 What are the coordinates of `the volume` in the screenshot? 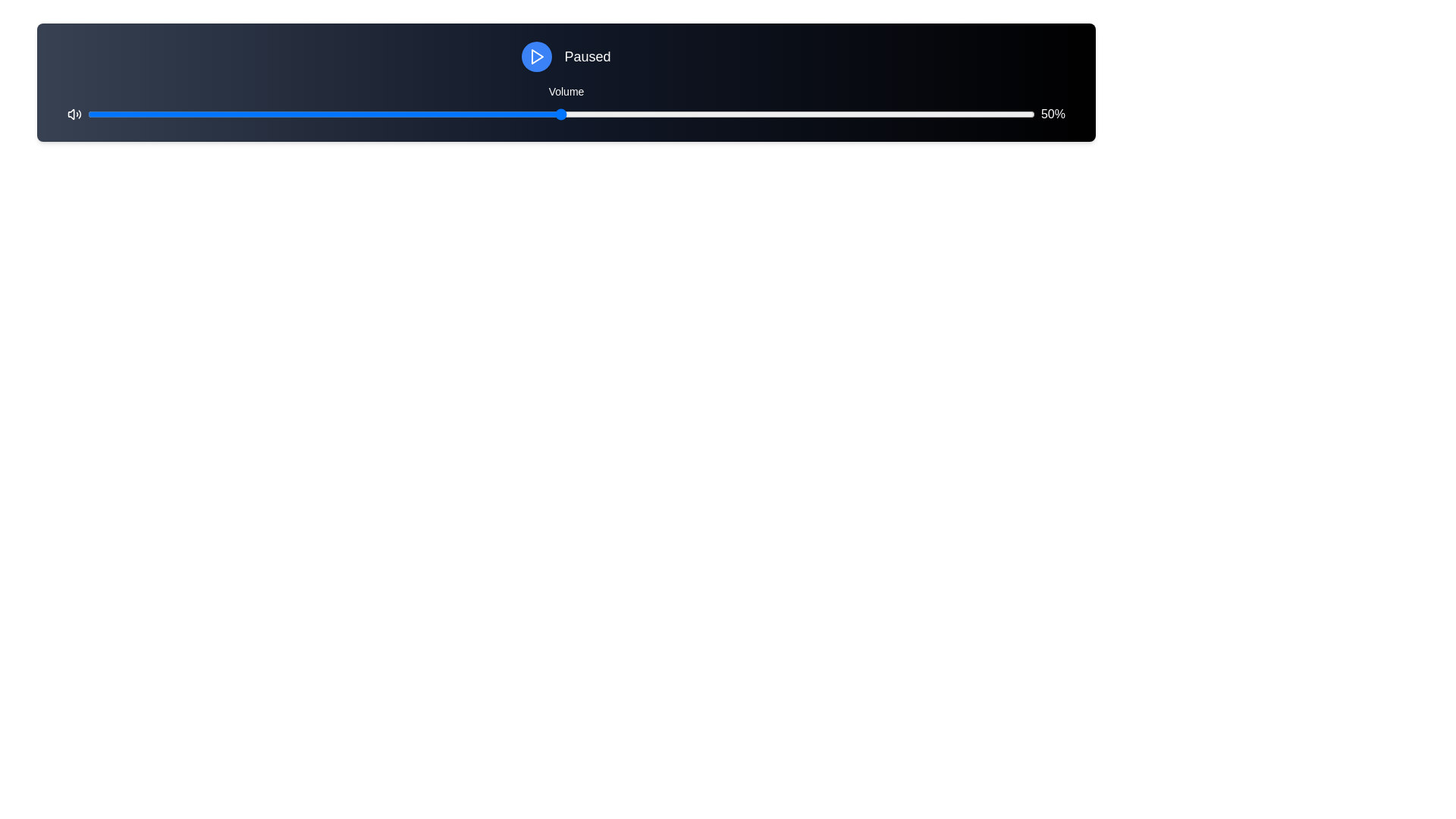 It's located at (182, 113).